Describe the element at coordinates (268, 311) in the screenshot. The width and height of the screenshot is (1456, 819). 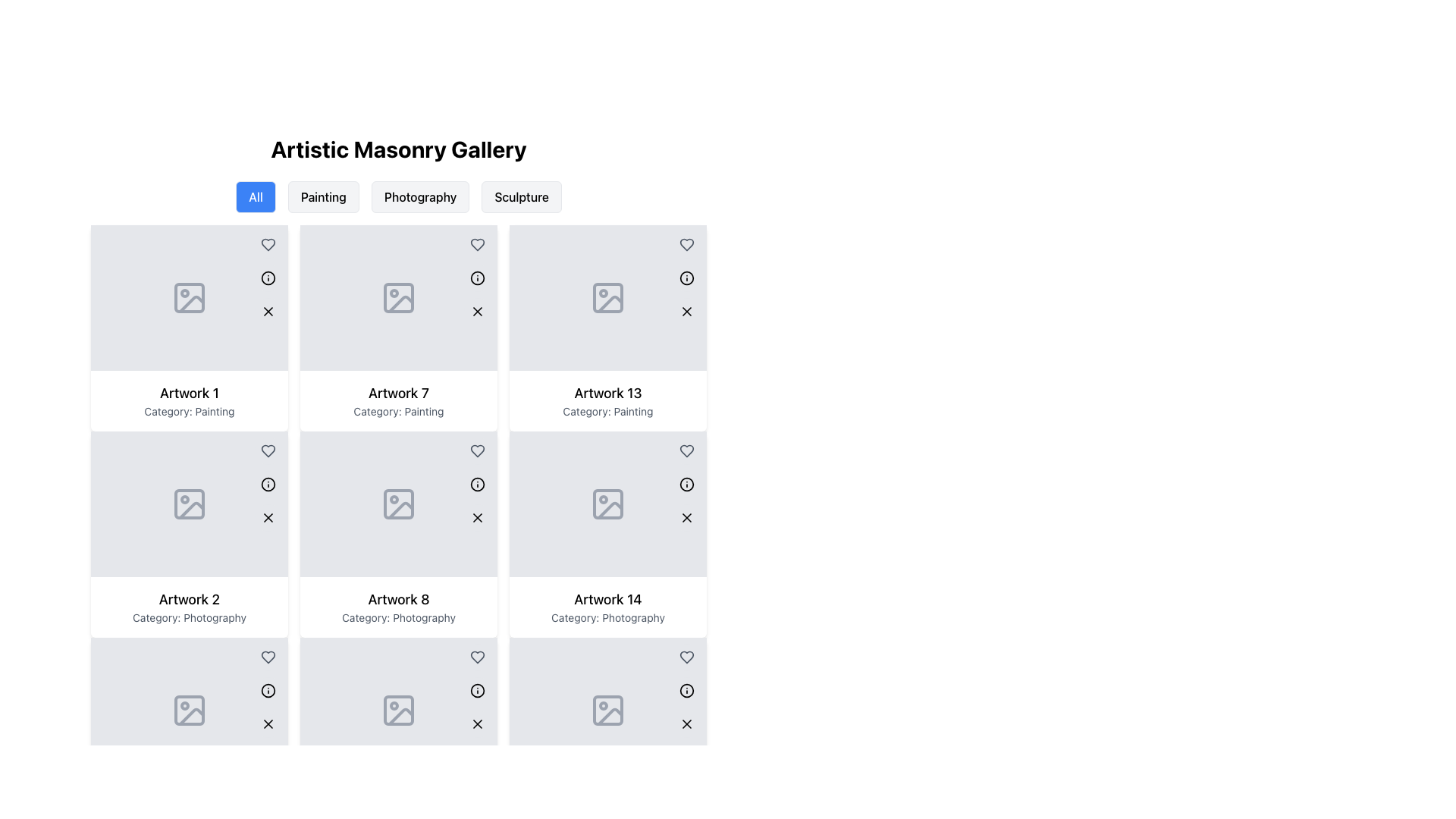
I see `the circular gray button with an 'X' icon at the bottom right corner of the 'Artwork 1' tile` at that location.